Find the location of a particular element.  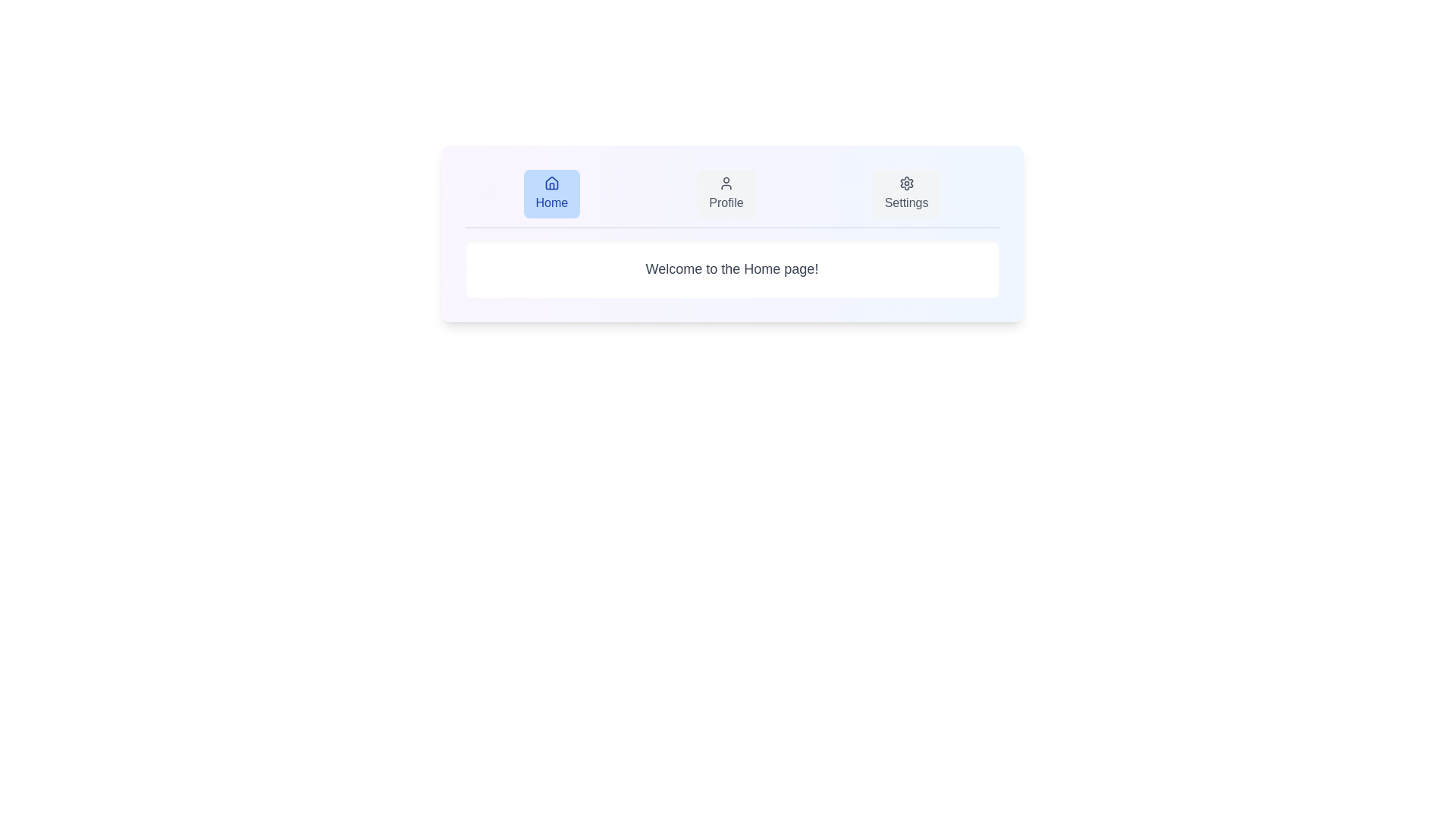

the content displayed in the content area is located at coordinates (732, 268).